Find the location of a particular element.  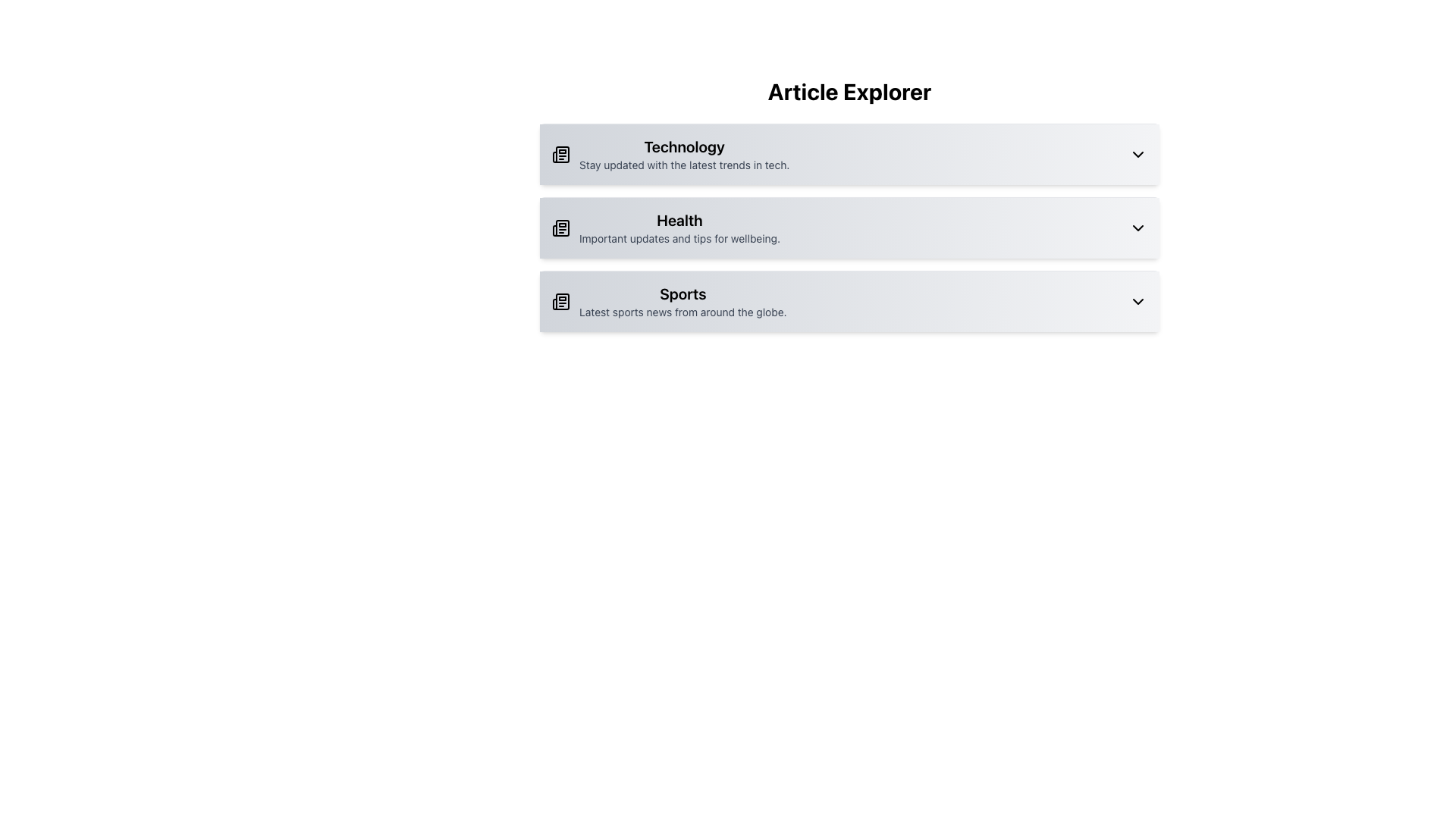

the 'Sports' category entry in the navigation list is located at coordinates (682, 301).